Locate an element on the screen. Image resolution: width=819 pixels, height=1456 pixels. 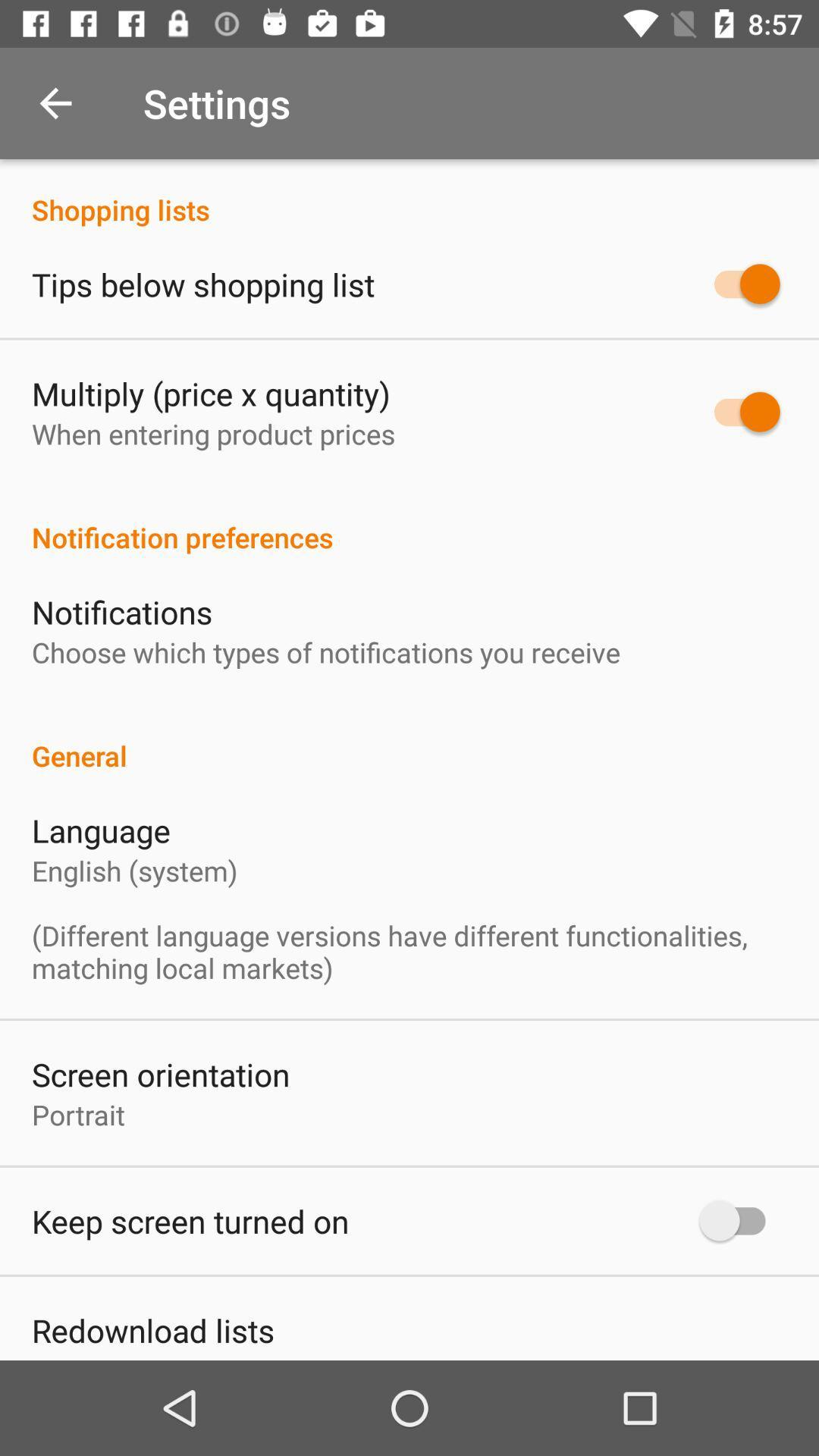
the item above the shopping lists is located at coordinates (55, 102).